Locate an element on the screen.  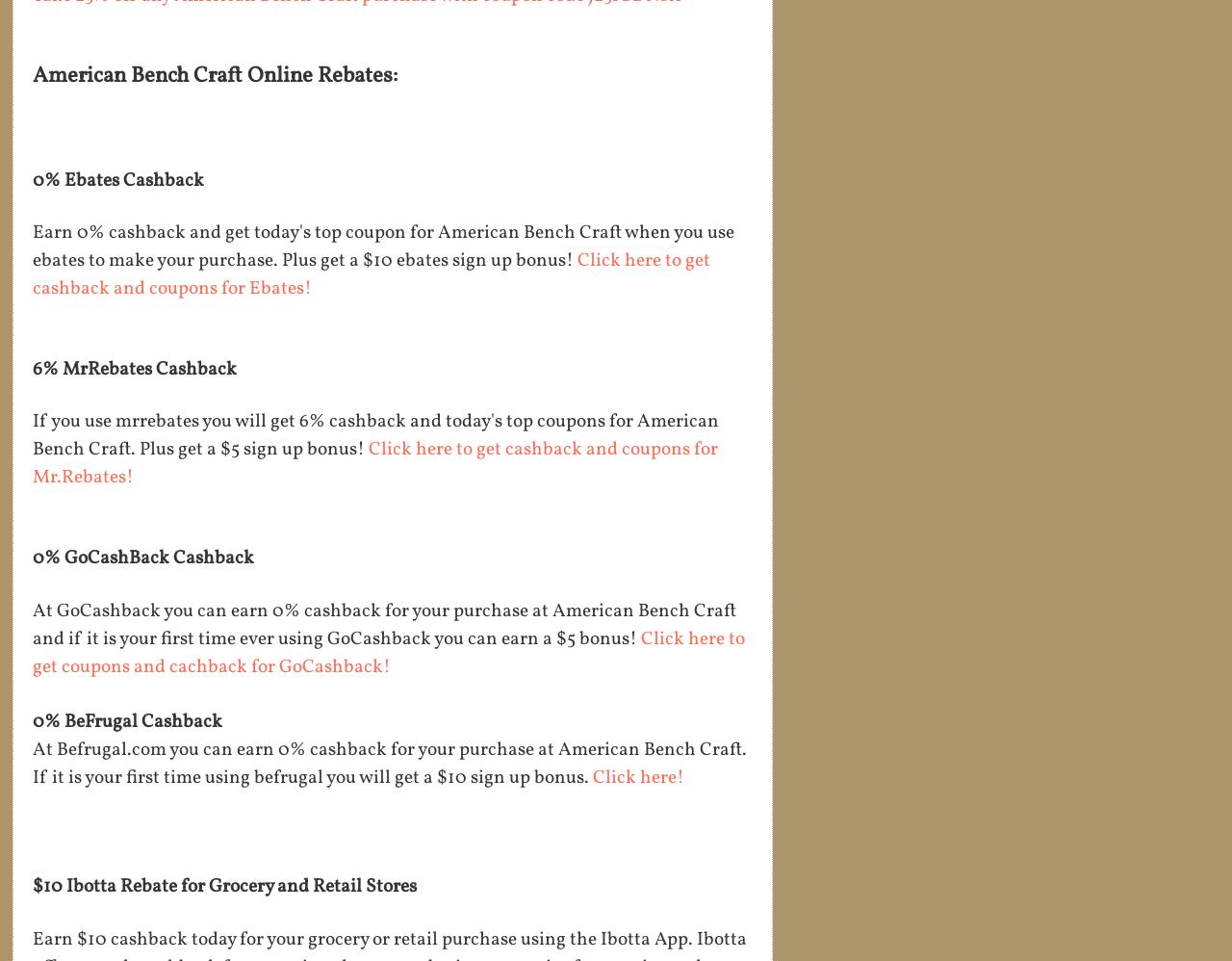
'Click here!' is located at coordinates (640, 778).